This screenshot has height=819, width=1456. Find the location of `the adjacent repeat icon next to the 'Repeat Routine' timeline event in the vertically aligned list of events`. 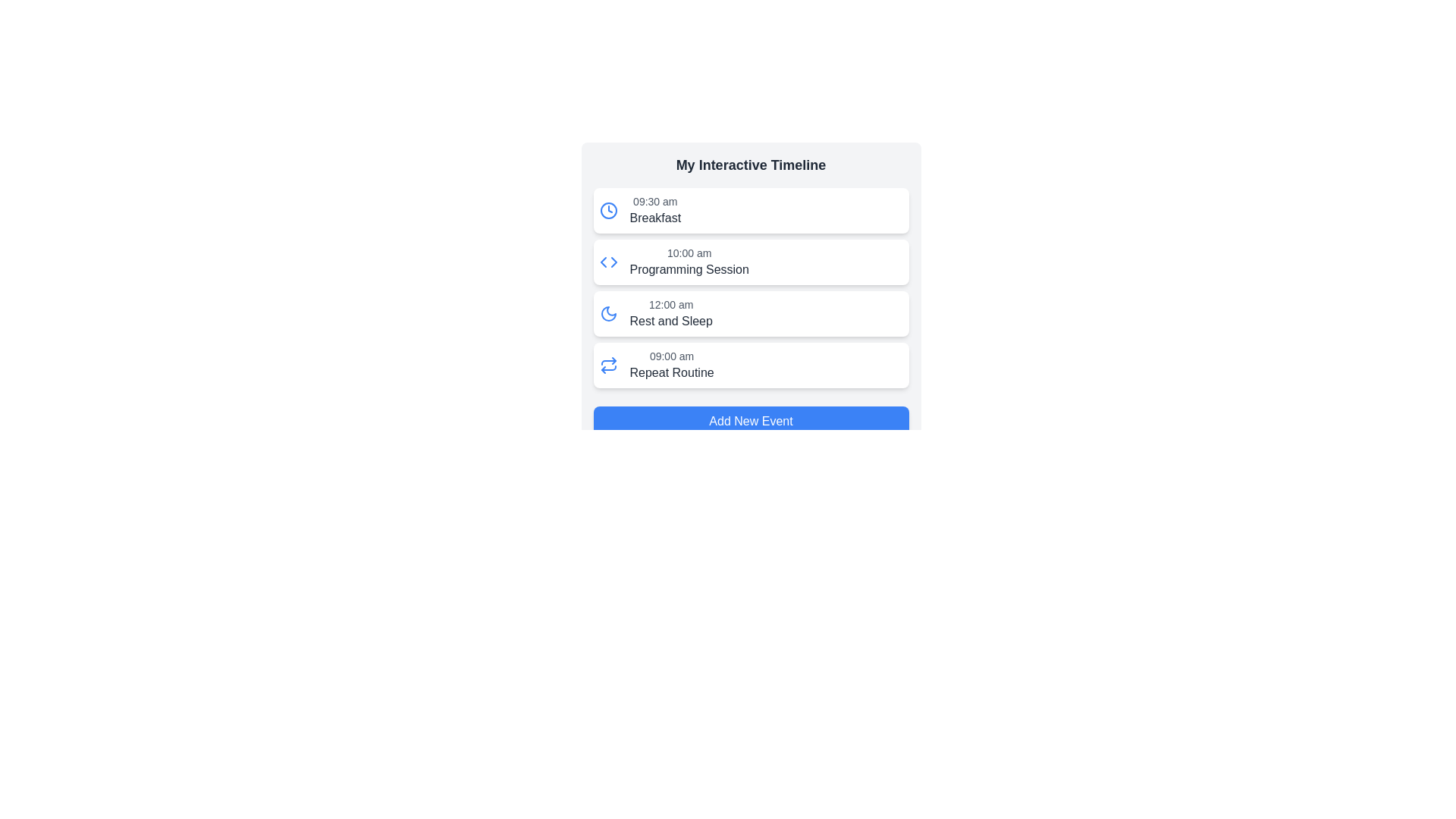

the adjacent repeat icon next to the 'Repeat Routine' timeline event in the vertically aligned list of events is located at coordinates (671, 366).